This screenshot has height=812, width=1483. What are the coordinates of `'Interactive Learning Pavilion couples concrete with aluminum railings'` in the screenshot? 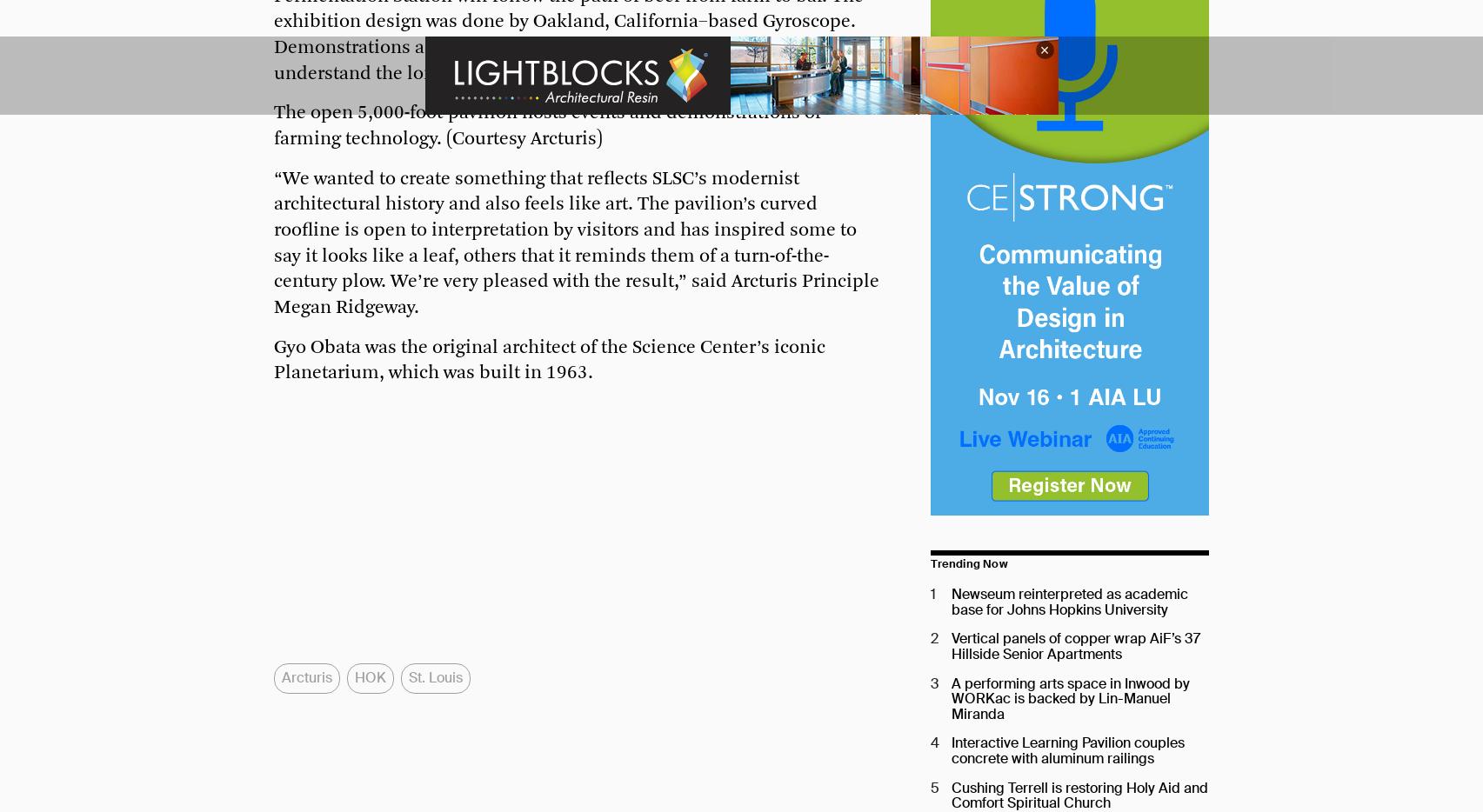 It's located at (1067, 749).